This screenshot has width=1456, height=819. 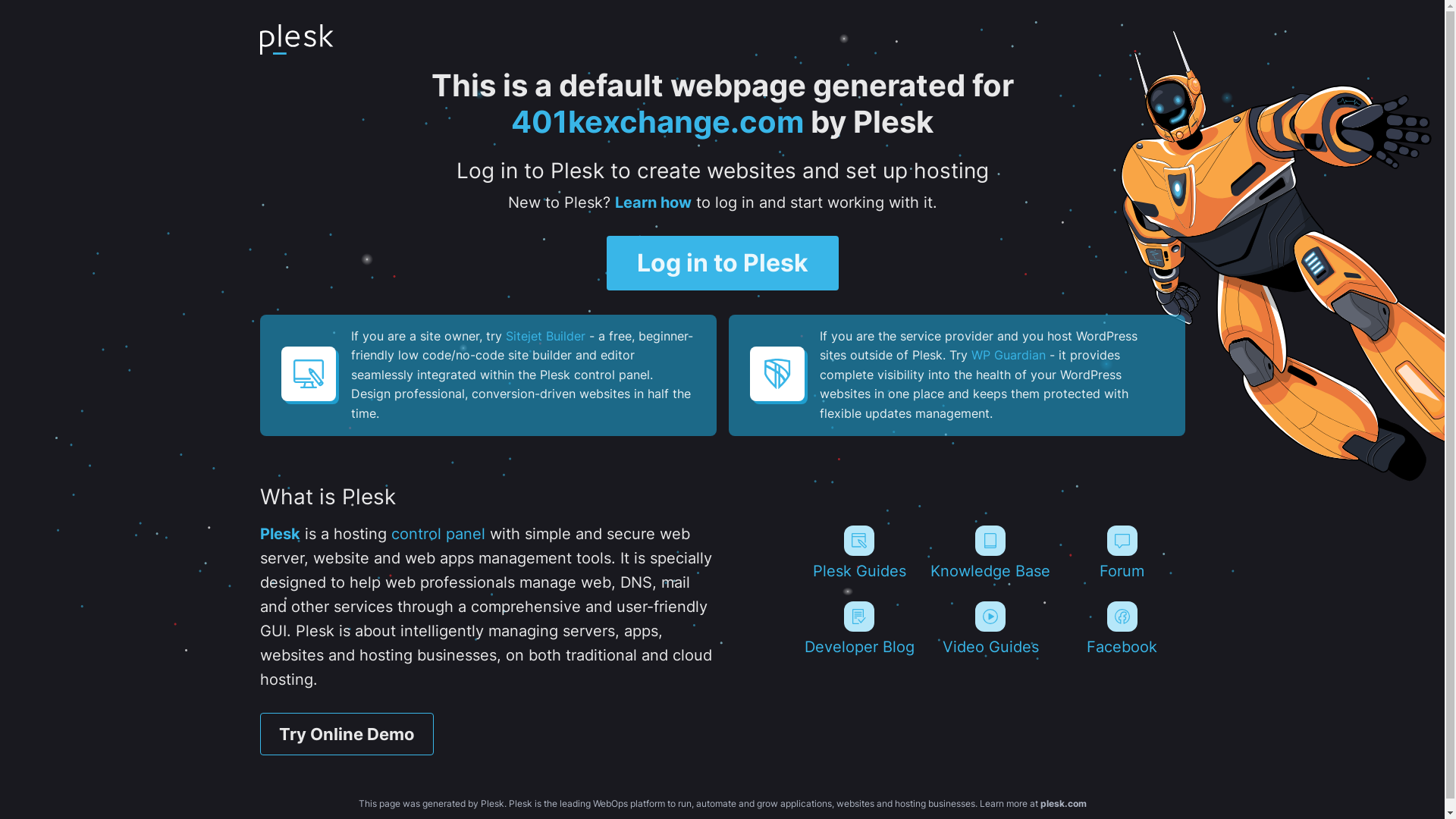 What do you see at coordinates (722, 262) in the screenshot?
I see `'Log in to Plesk'` at bounding box center [722, 262].